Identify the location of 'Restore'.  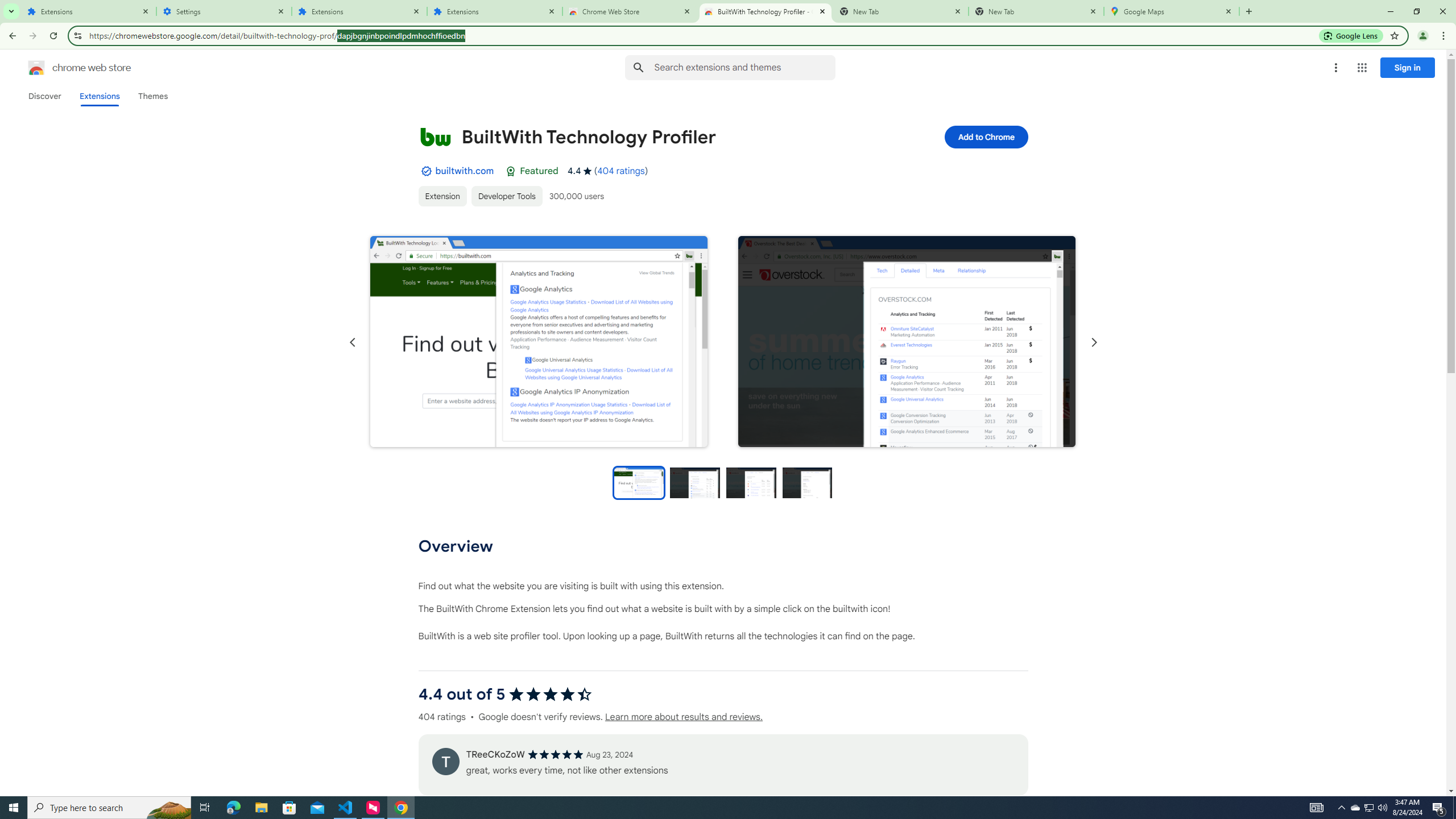
(1416, 11).